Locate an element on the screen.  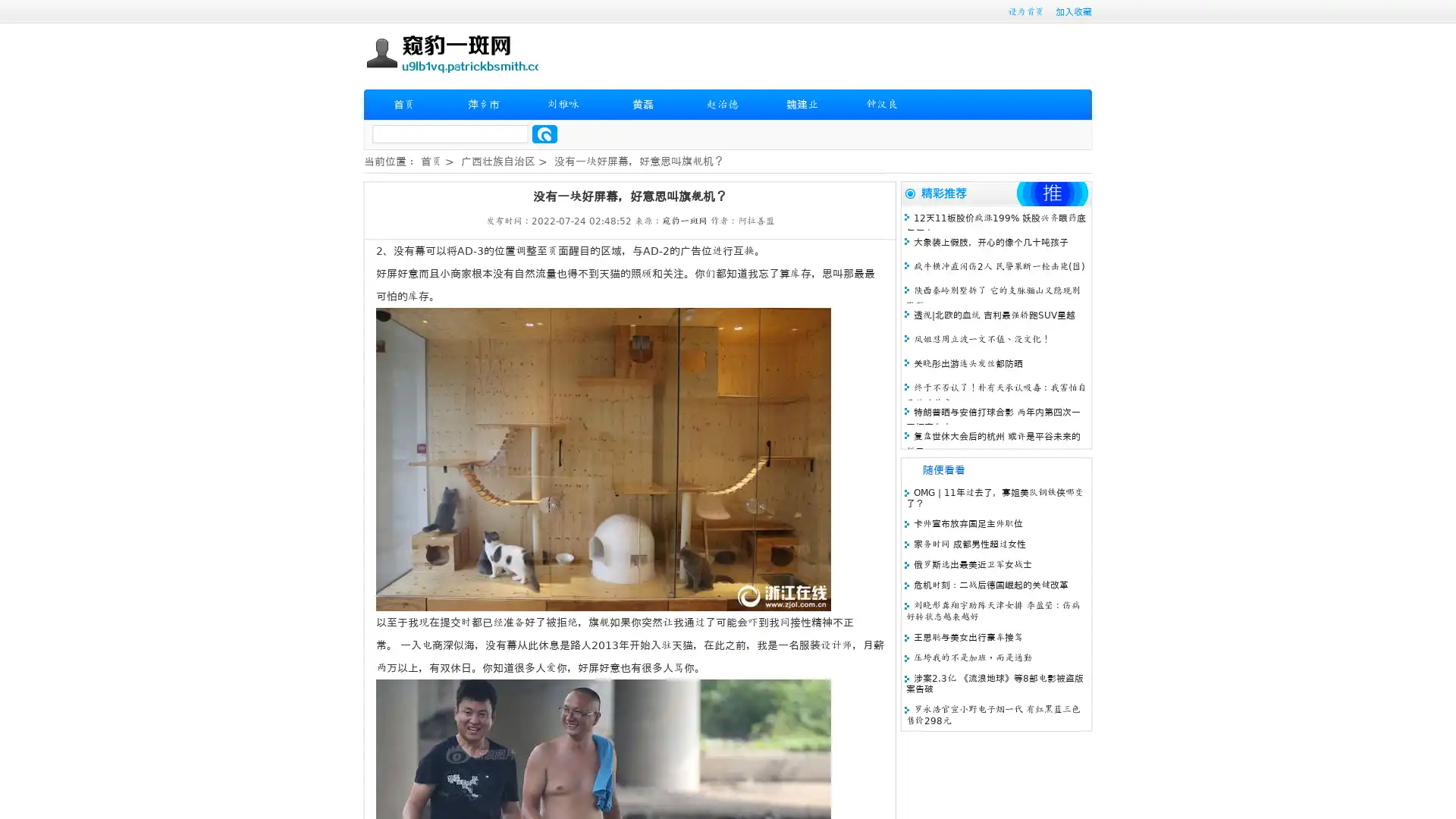
Search is located at coordinates (544, 133).